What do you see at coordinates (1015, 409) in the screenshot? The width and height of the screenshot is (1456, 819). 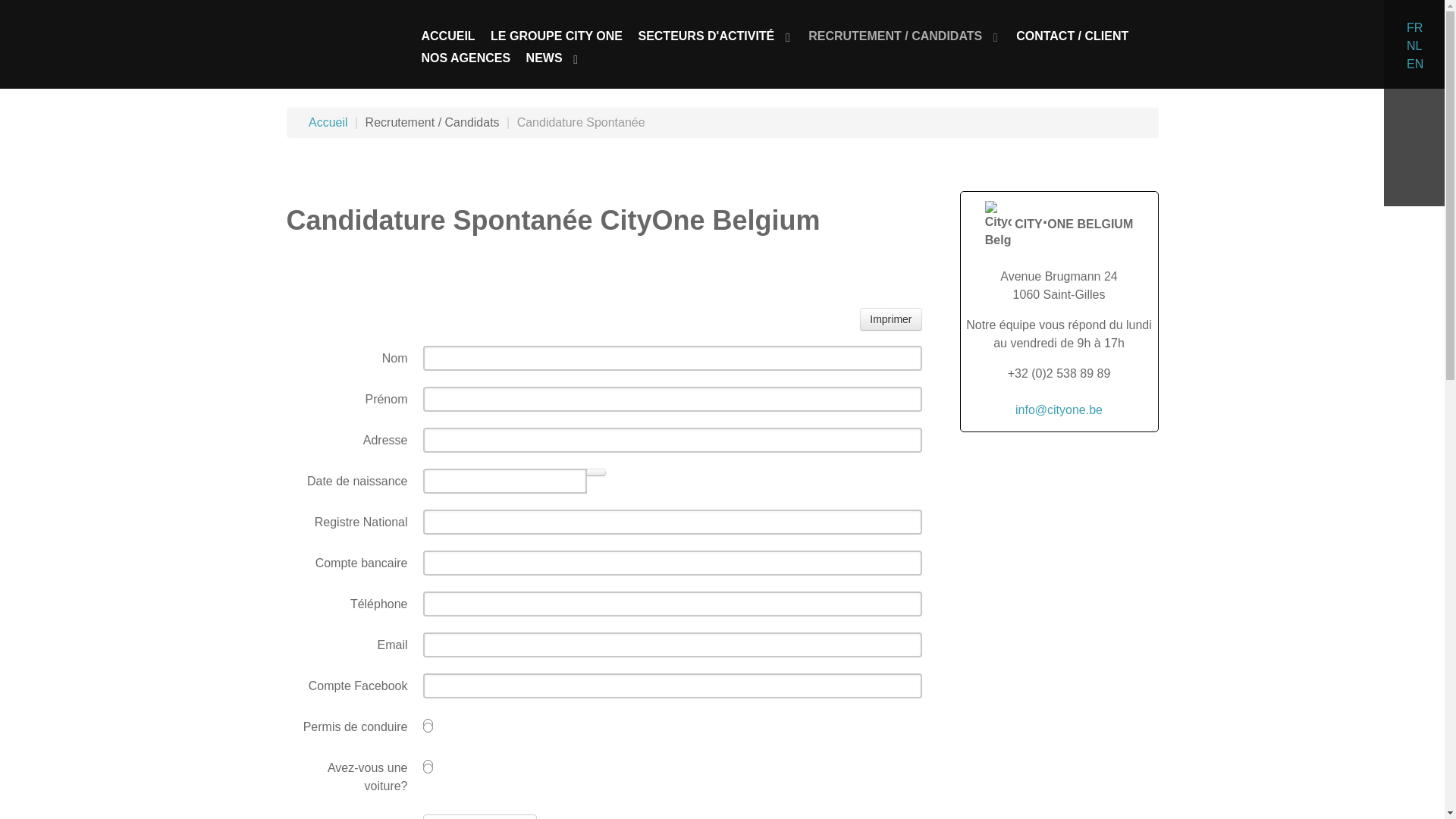 I see `'info@cityone.be'` at bounding box center [1015, 409].